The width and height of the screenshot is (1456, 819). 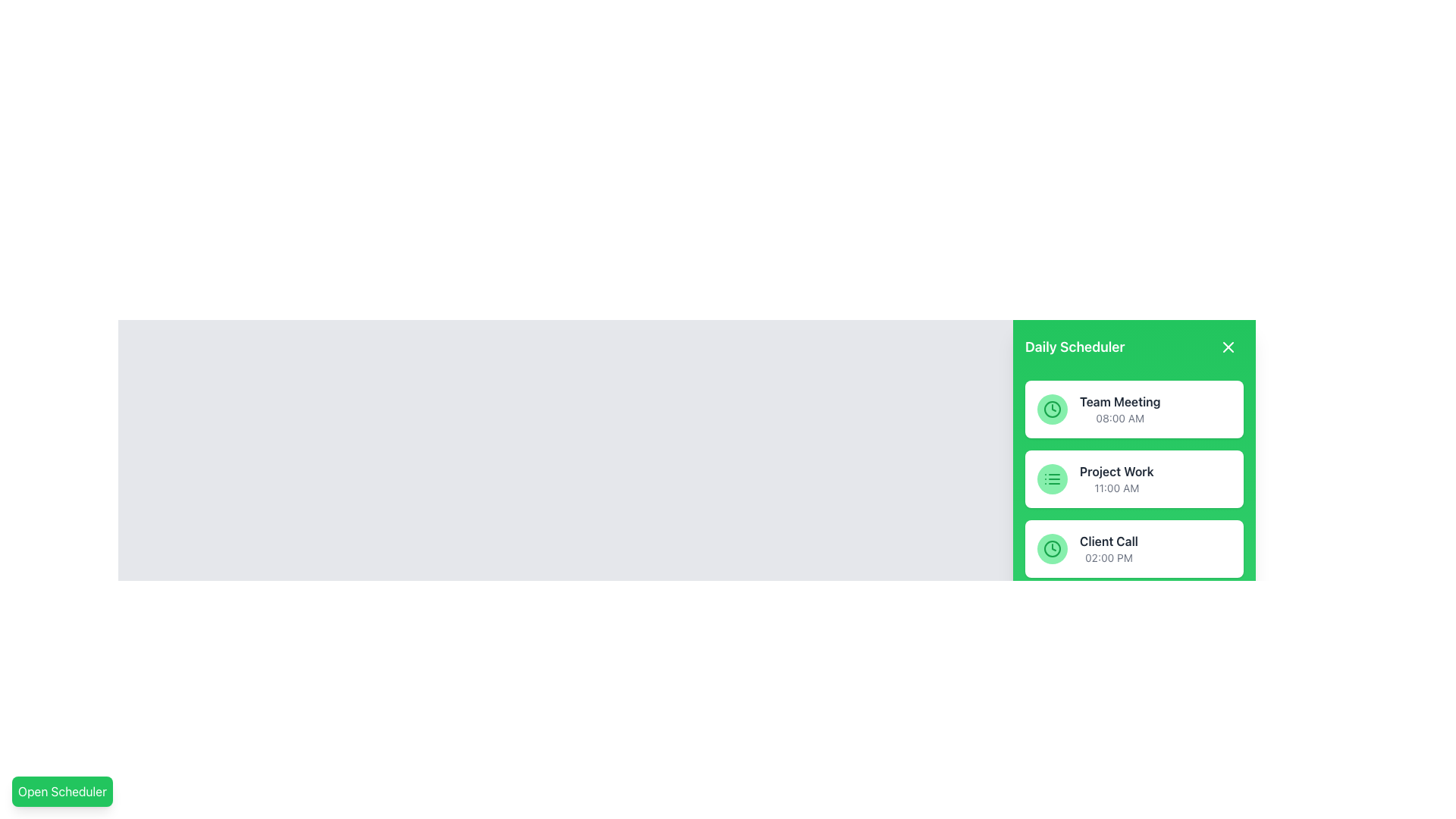 What do you see at coordinates (1120, 400) in the screenshot?
I see `text on the 'Team Meeting' label located above '08:00 AM' and beside a clock icon` at bounding box center [1120, 400].